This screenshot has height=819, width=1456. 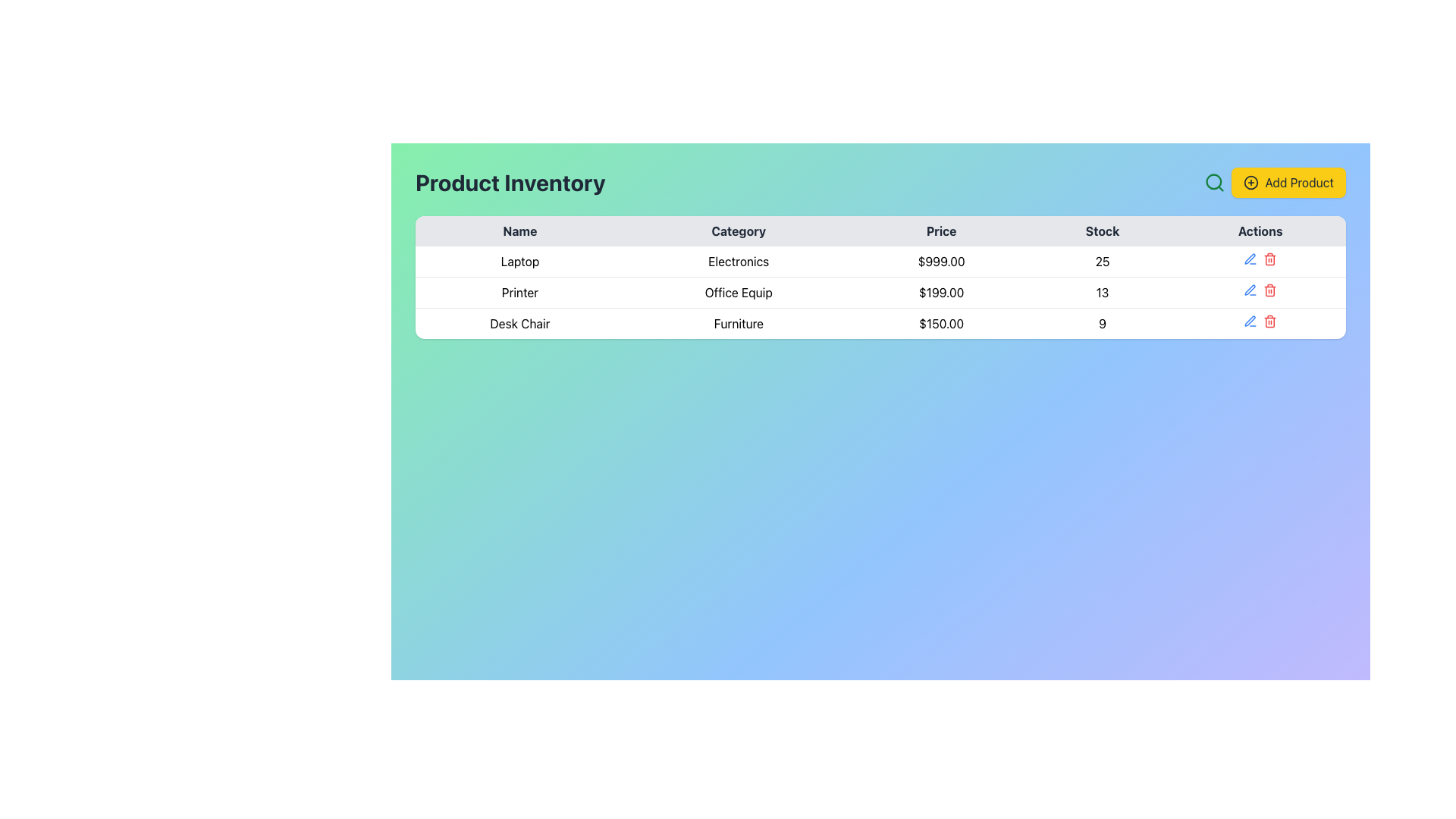 What do you see at coordinates (1251, 181) in the screenshot?
I see `the black circular icon with a plus sign located to the left of the 'Add Product' button in the header section` at bounding box center [1251, 181].